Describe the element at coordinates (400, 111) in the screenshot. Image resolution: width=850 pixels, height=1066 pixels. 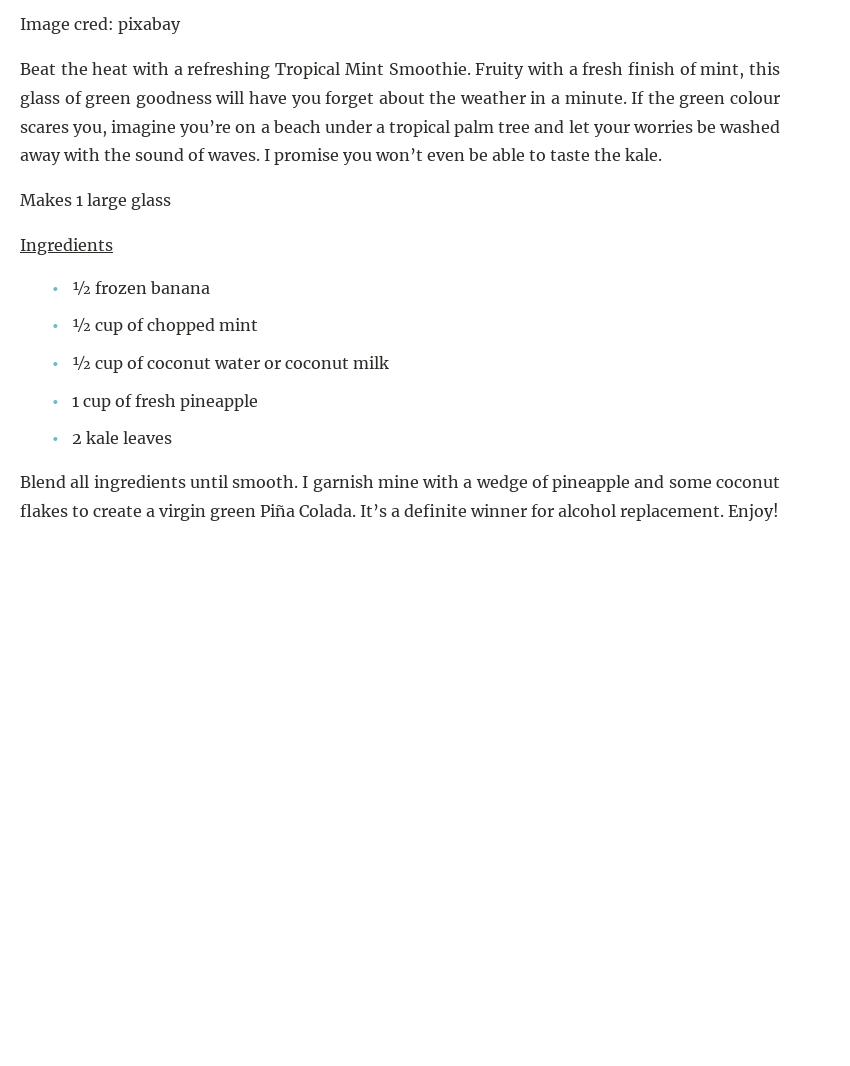
I see `'Beat the heat with a refreshing Tropical Mint Smoothie. Fruity with a fresh finish of mint, this glass of green goodness will have you forget about the weather in a minute. If the green colour scares you, imagine you’re on a beach under a tropical palm tree and let your worries be washed away with the sound of waves. I promise you won’t even be able to taste the kale.'` at that location.